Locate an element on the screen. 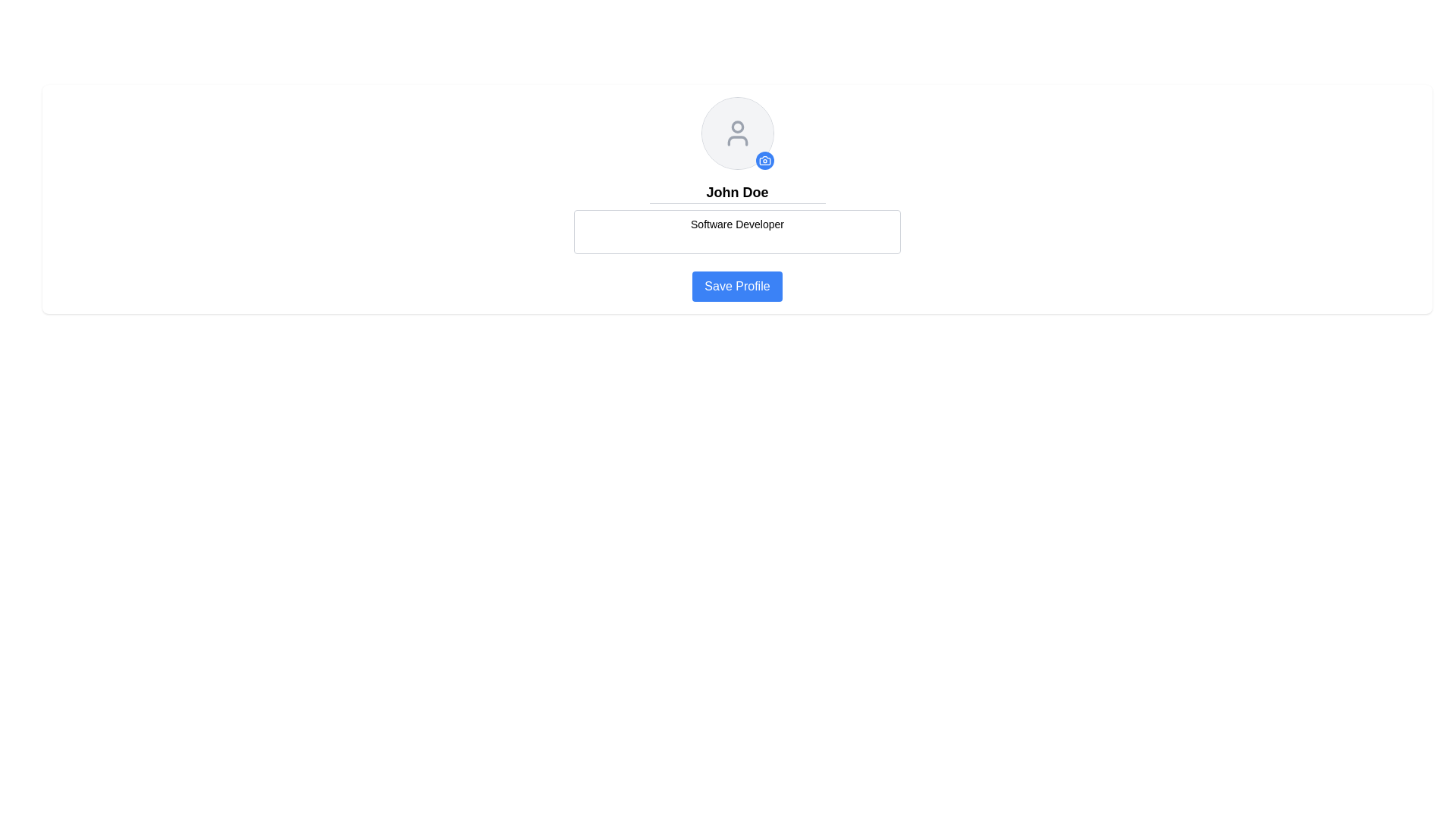 Image resolution: width=1456 pixels, height=819 pixels. the non-interactive text label displaying 'Software Developer', which is positioned between the text input 'John Doe' and the 'Save Profile' button is located at coordinates (737, 220).